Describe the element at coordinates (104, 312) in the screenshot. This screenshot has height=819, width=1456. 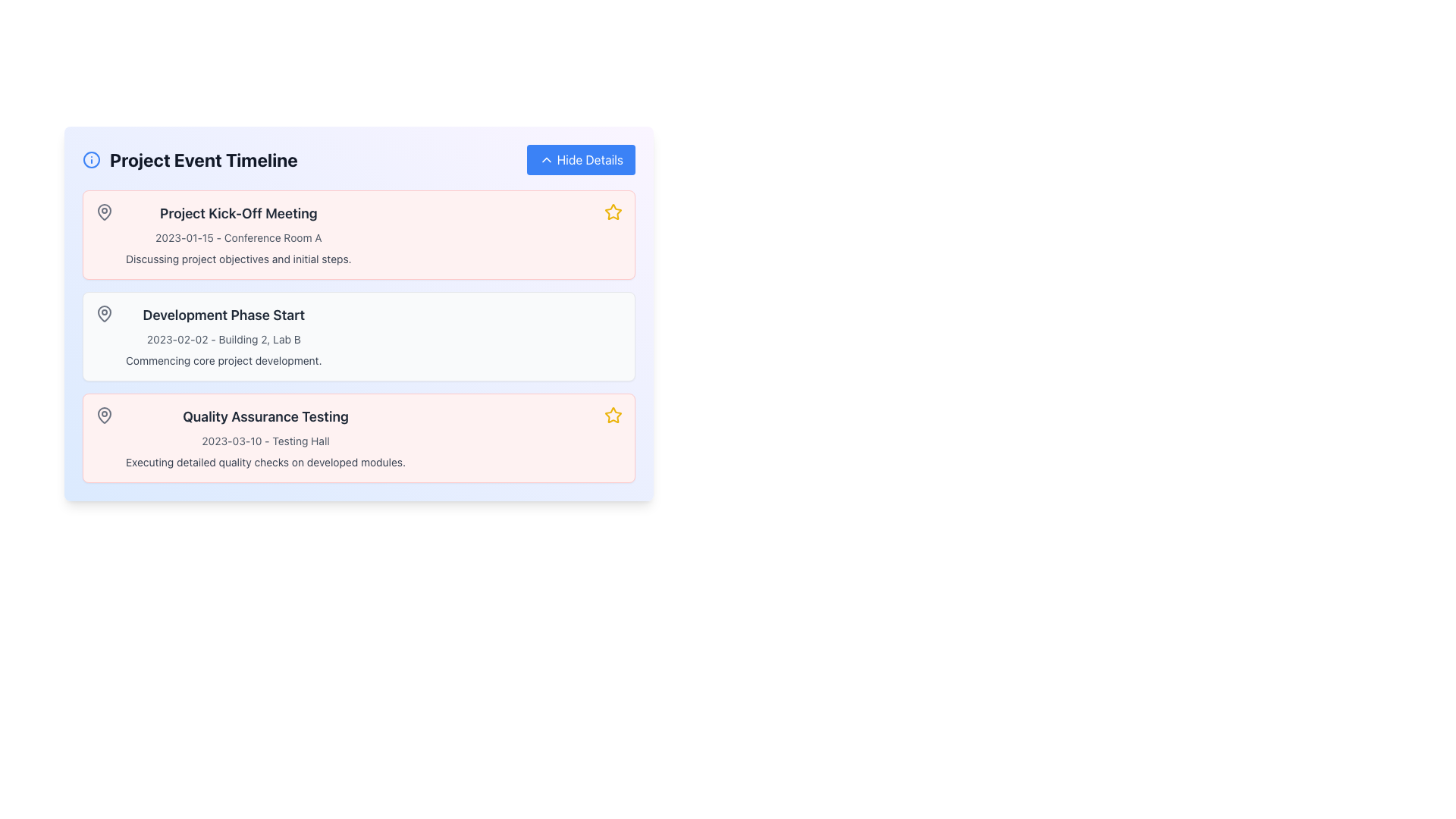
I see `the red-colored, pin-shaped map marker icon located to the left of the second event entry labeled 'Development Phase Start'` at that location.